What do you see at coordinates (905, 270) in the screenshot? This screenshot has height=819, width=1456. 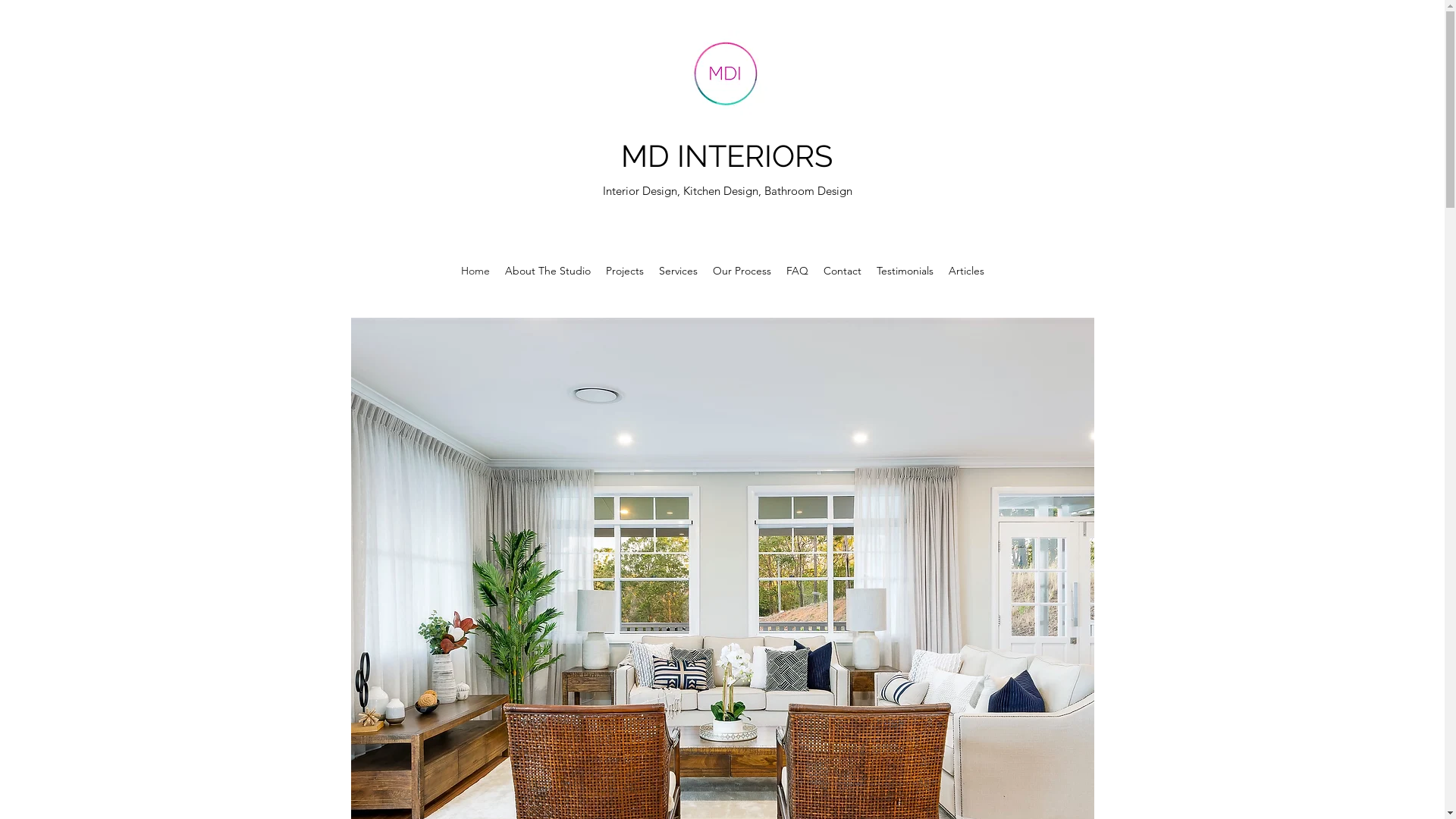 I see `'Testimonials'` at bounding box center [905, 270].